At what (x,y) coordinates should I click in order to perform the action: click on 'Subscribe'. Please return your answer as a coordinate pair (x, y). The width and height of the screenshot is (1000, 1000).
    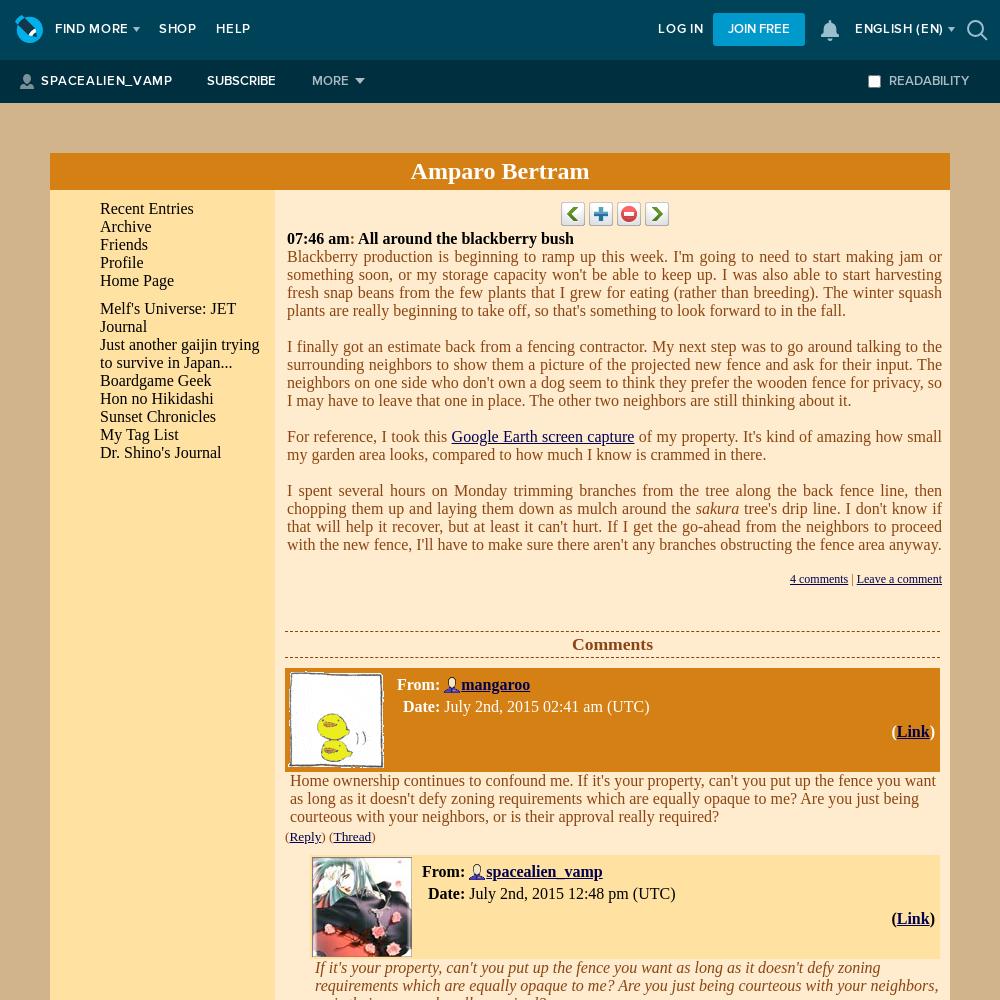
    Looking at the image, I should click on (239, 80).